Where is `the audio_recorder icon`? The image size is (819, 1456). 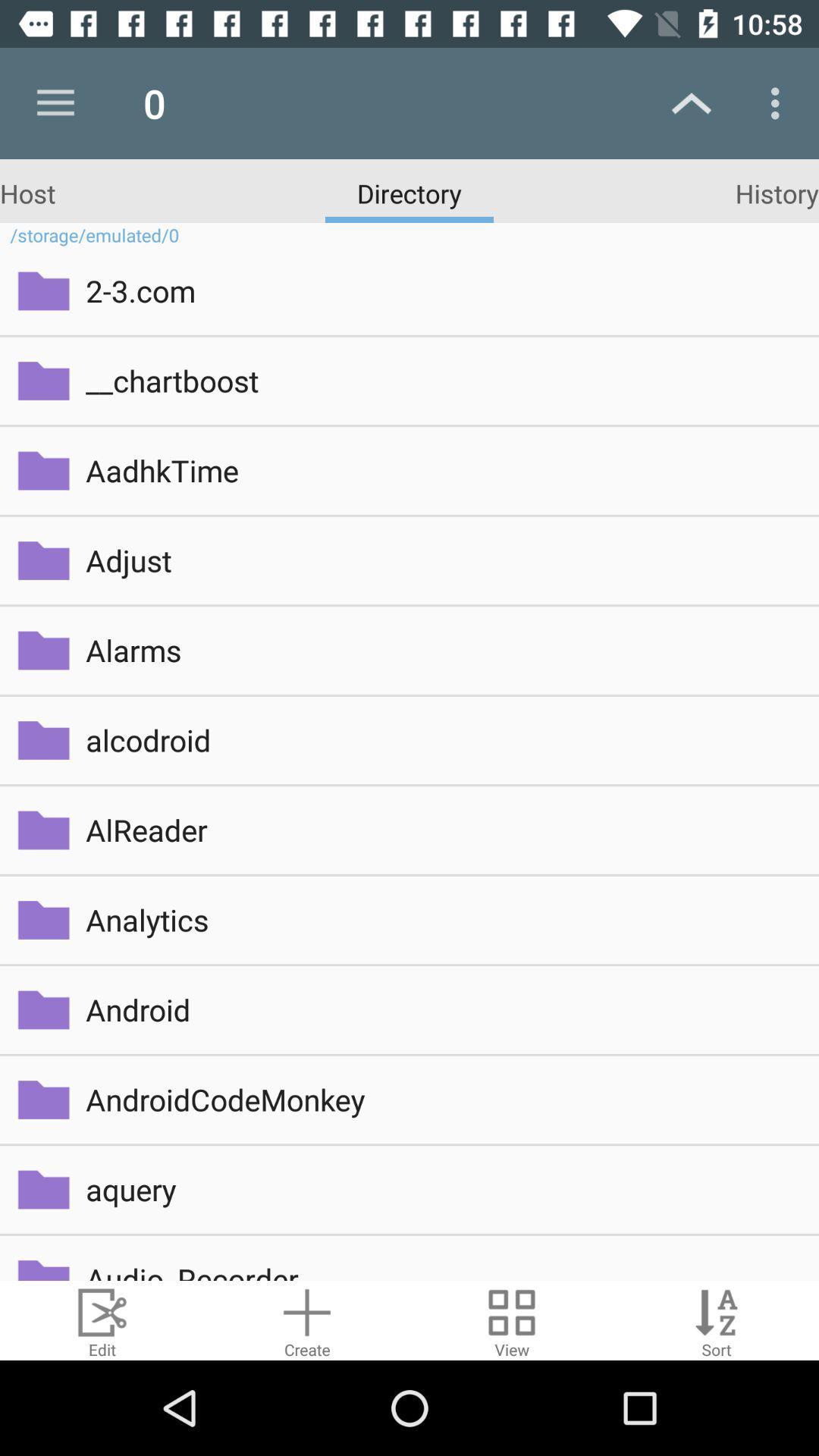
the audio_recorder icon is located at coordinates (441, 1269).